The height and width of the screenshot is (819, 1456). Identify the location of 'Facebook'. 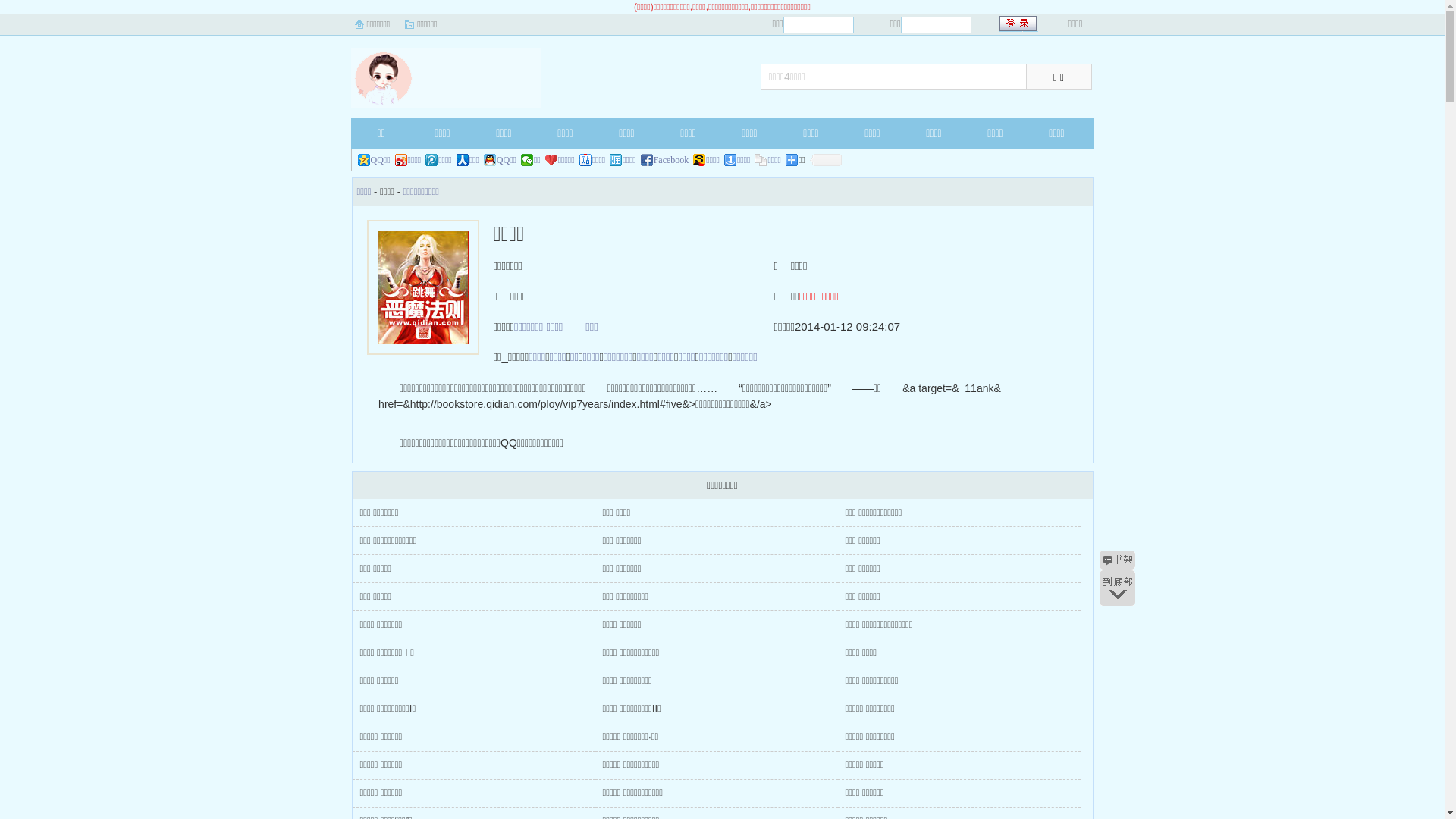
(665, 160).